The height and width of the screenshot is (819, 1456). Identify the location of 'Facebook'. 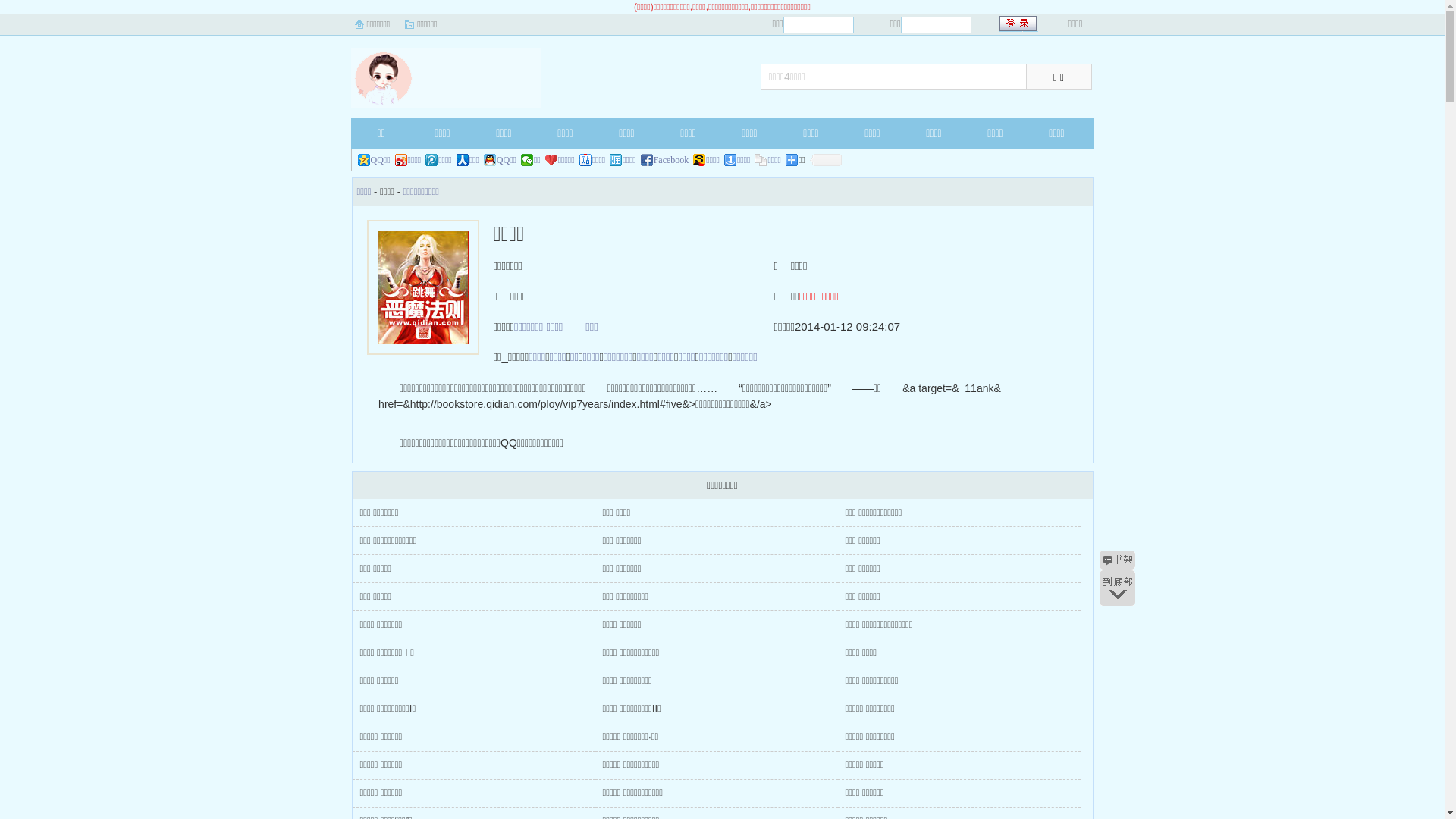
(665, 160).